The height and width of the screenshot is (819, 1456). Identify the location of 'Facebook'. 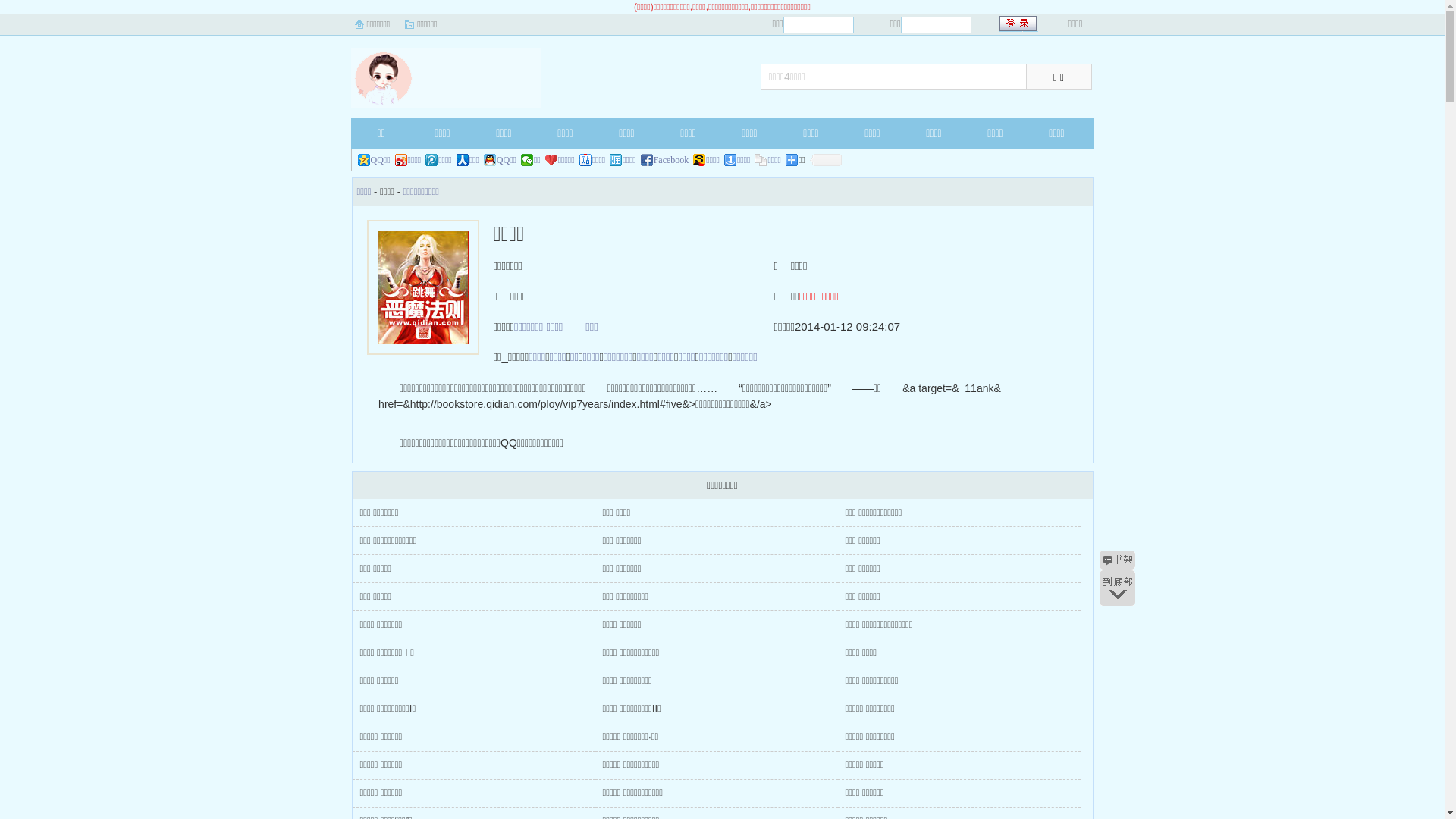
(665, 160).